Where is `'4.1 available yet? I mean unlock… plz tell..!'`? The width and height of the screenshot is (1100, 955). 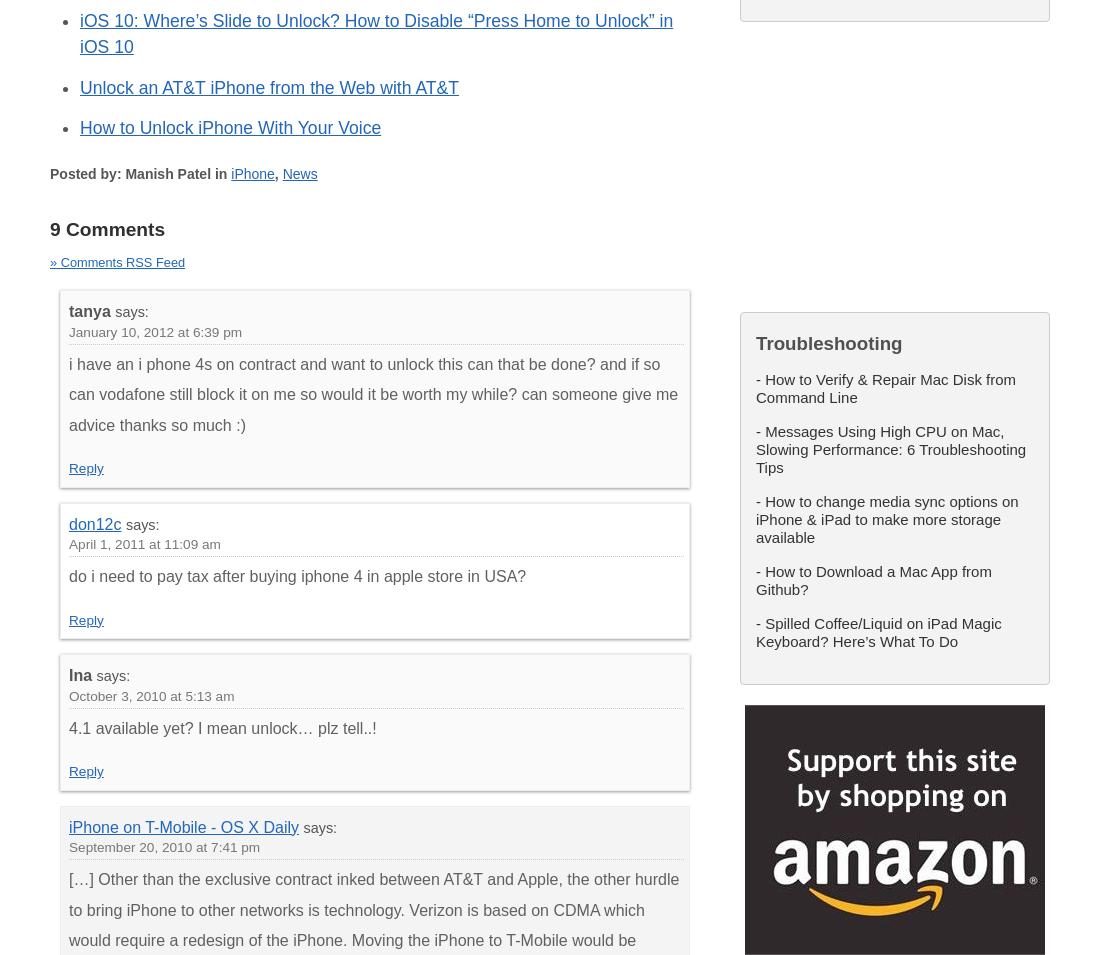
'4.1 available yet? I mean unlock… plz tell..!' is located at coordinates (222, 726).